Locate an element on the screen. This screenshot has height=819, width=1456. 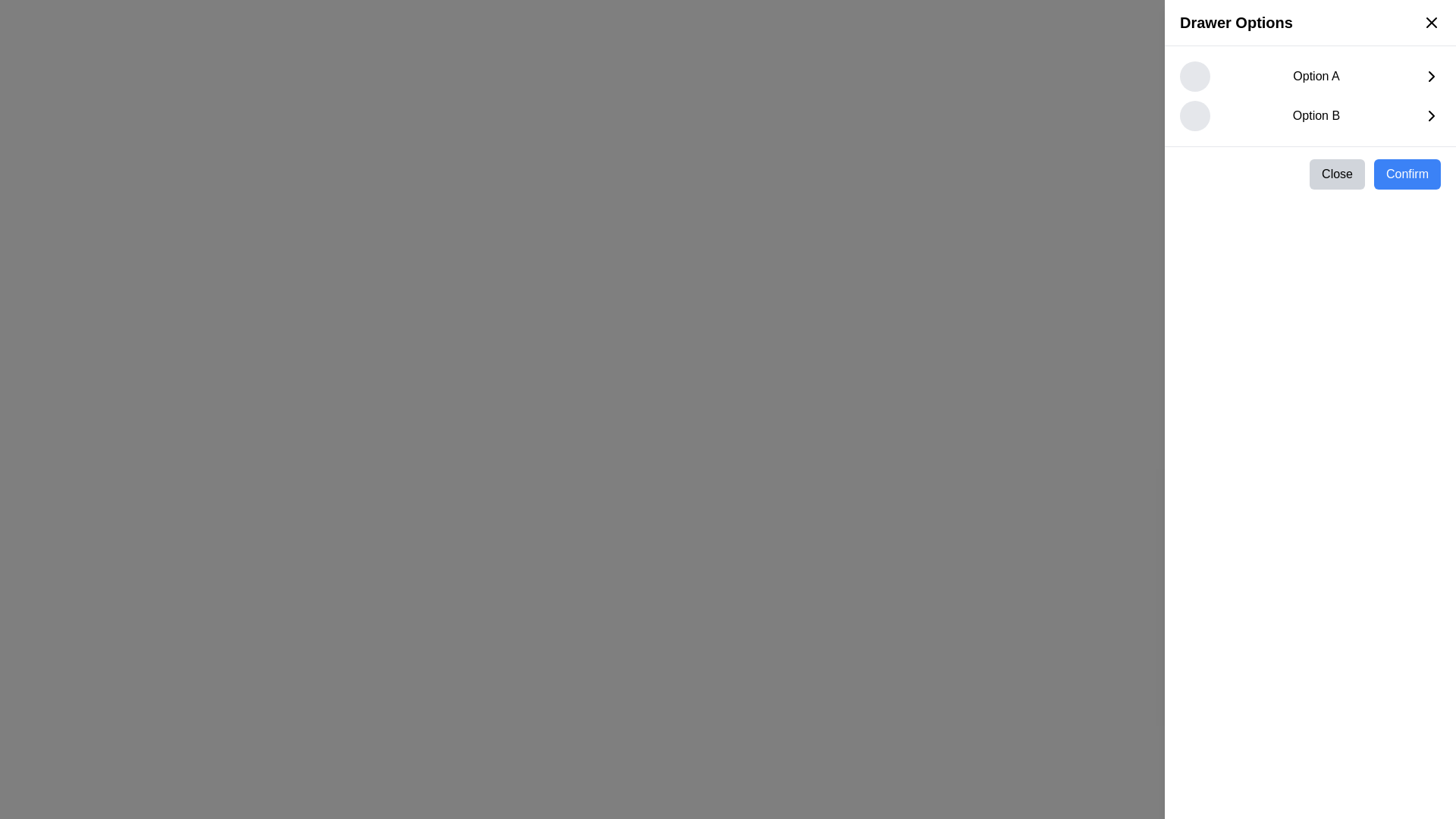
the 'Option A' text label, which is a medium-sized, bold font element located in the right-side drawer interface, positioned between a circular icon and a right-facing arrow icon is located at coordinates (1316, 76).